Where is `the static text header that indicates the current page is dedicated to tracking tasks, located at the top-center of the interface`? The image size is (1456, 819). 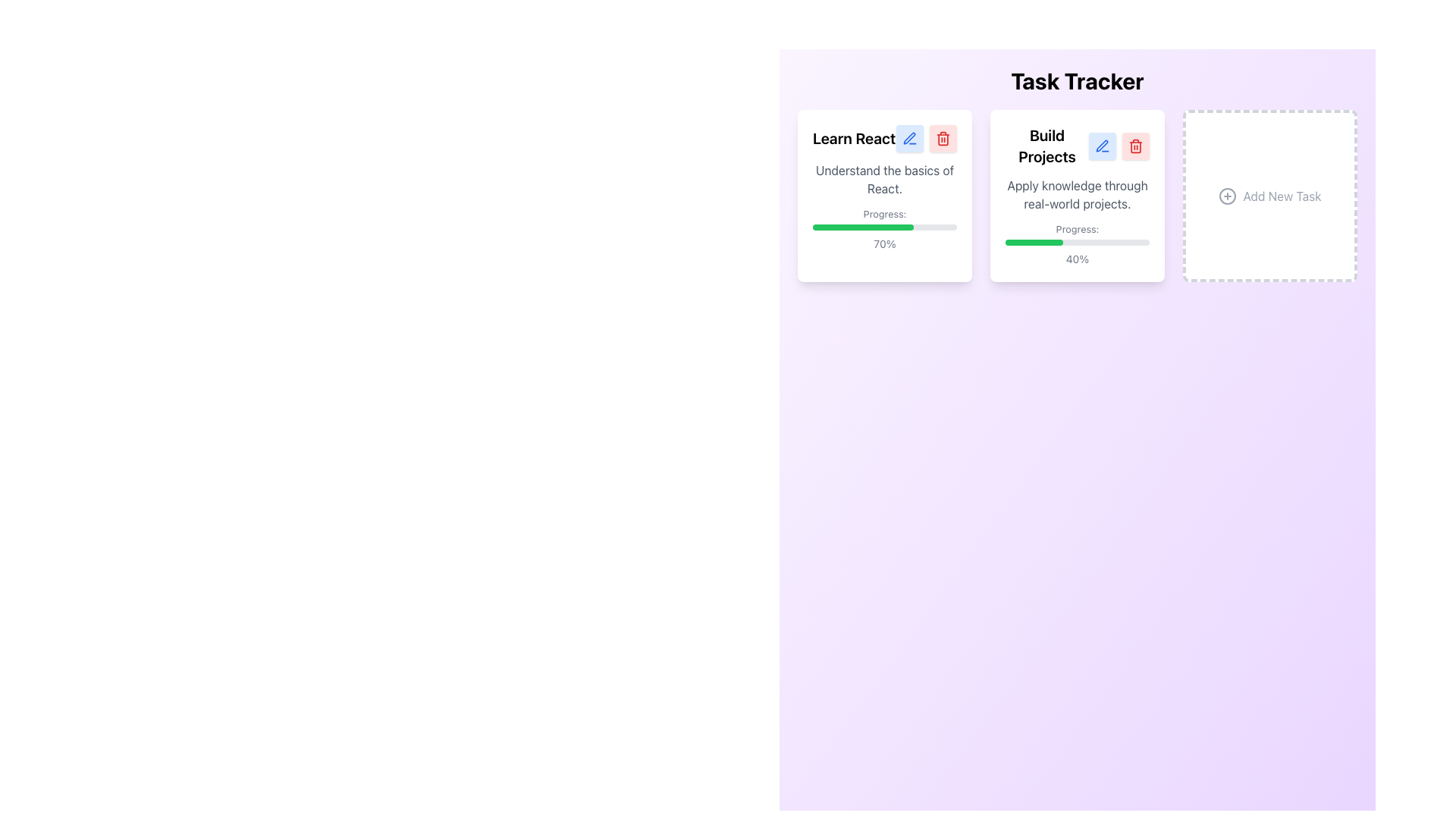 the static text header that indicates the current page is dedicated to tracking tasks, located at the top-center of the interface is located at coordinates (1076, 81).